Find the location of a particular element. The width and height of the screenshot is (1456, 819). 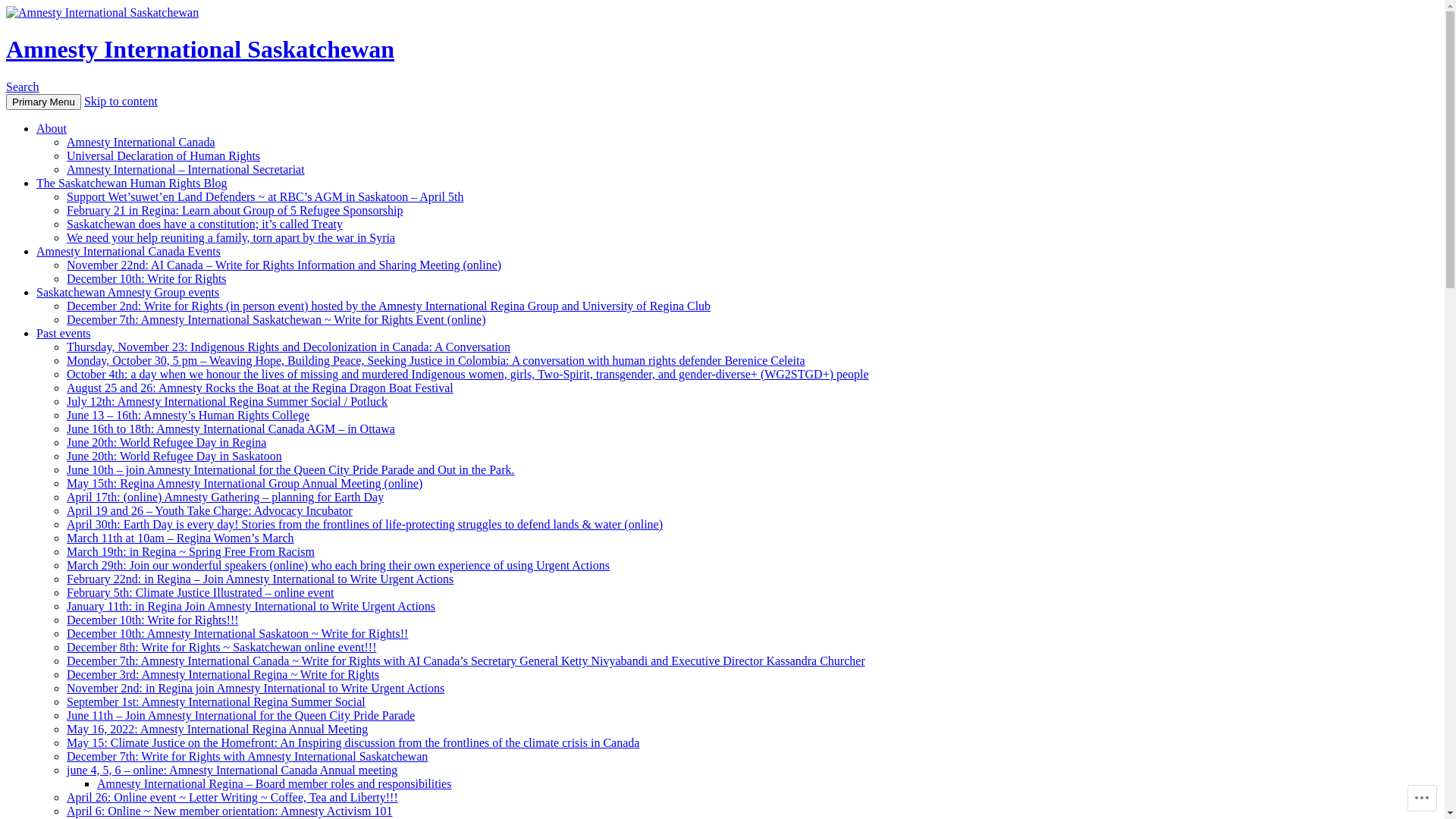

'Amnesty International Canada' is located at coordinates (141, 142).